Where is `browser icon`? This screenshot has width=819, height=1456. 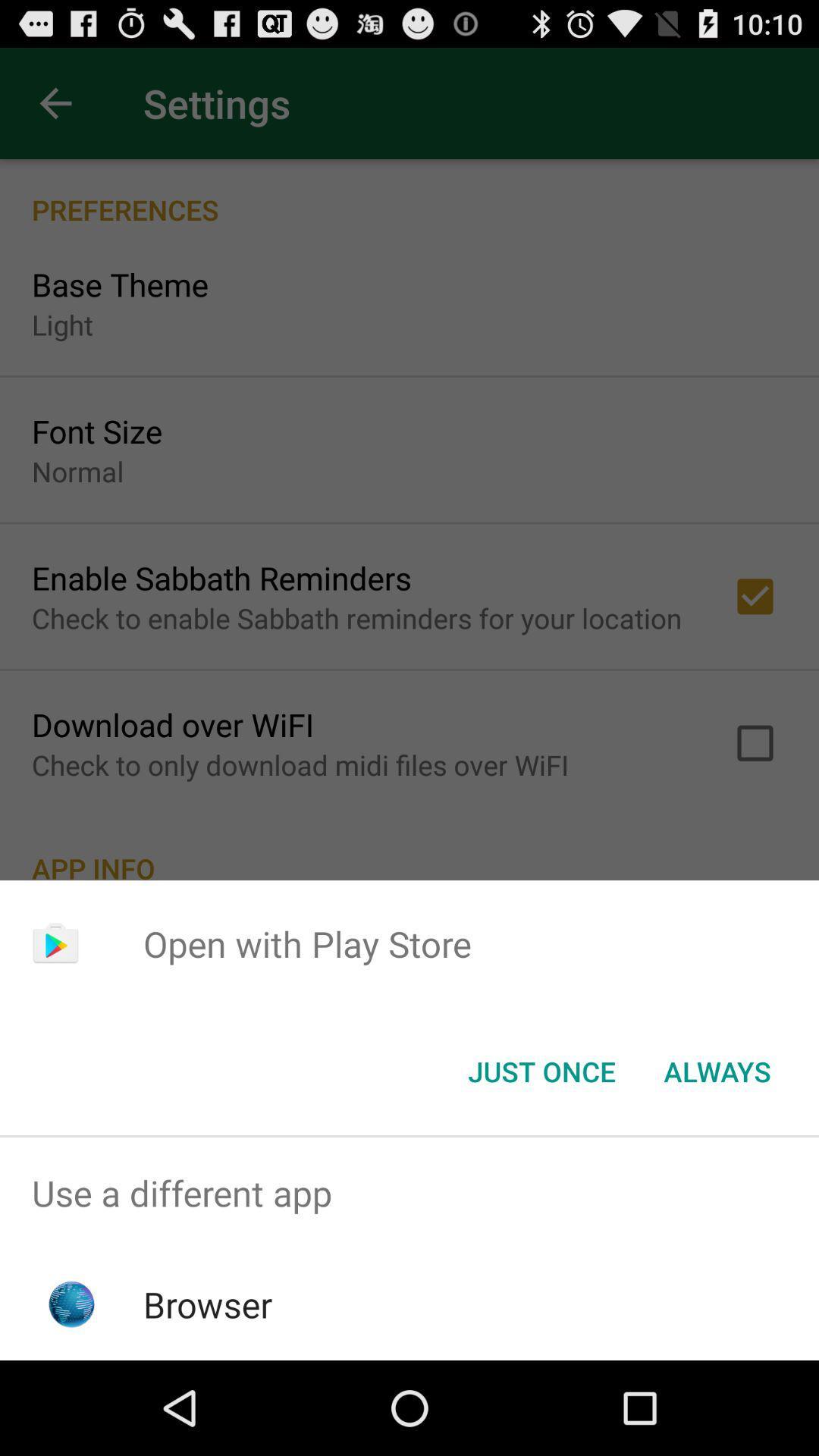 browser icon is located at coordinates (208, 1304).